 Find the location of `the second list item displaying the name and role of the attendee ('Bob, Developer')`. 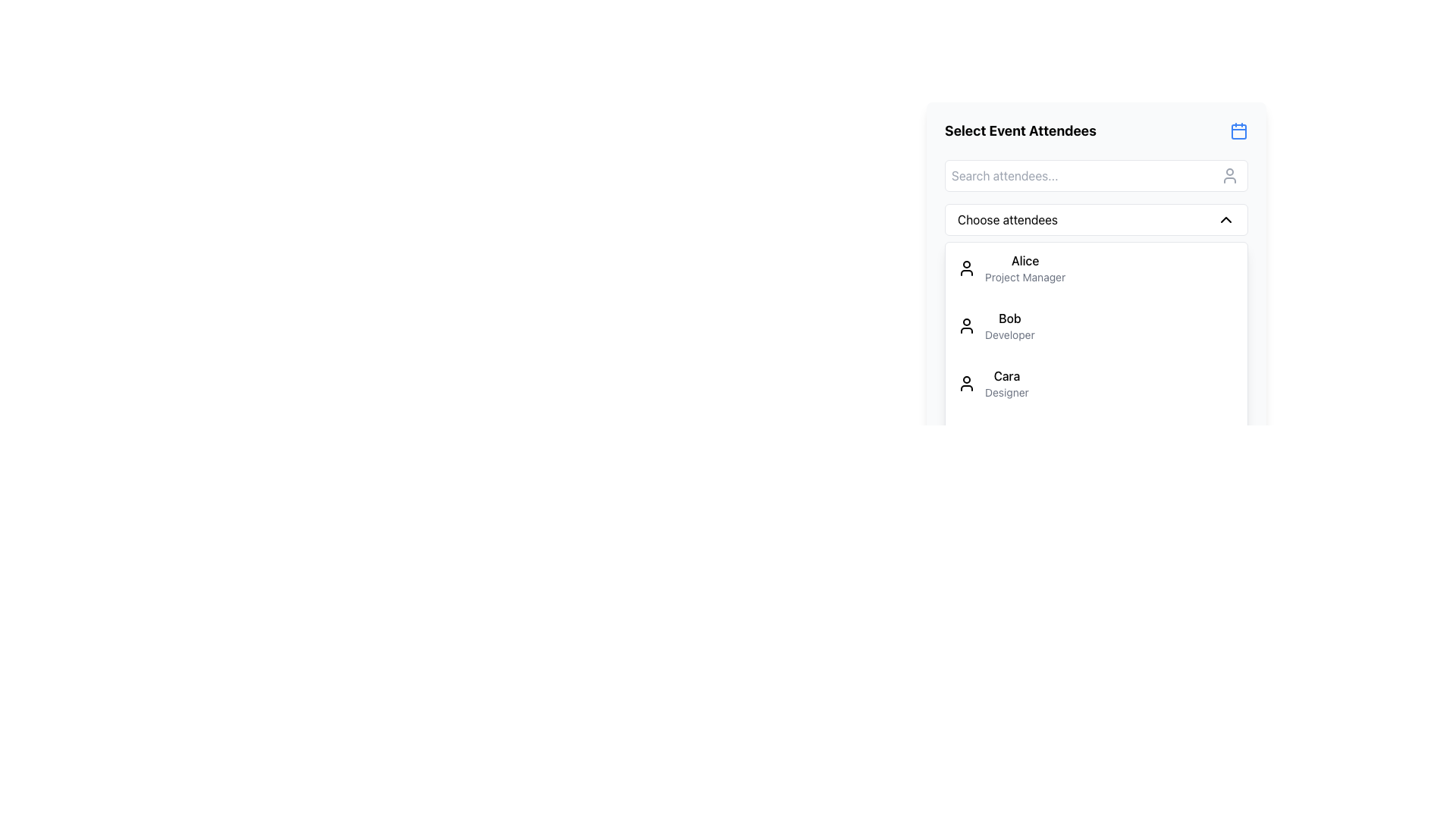

the second list item displaying the name and role of the attendee ('Bob, Developer') is located at coordinates (1096, 325).